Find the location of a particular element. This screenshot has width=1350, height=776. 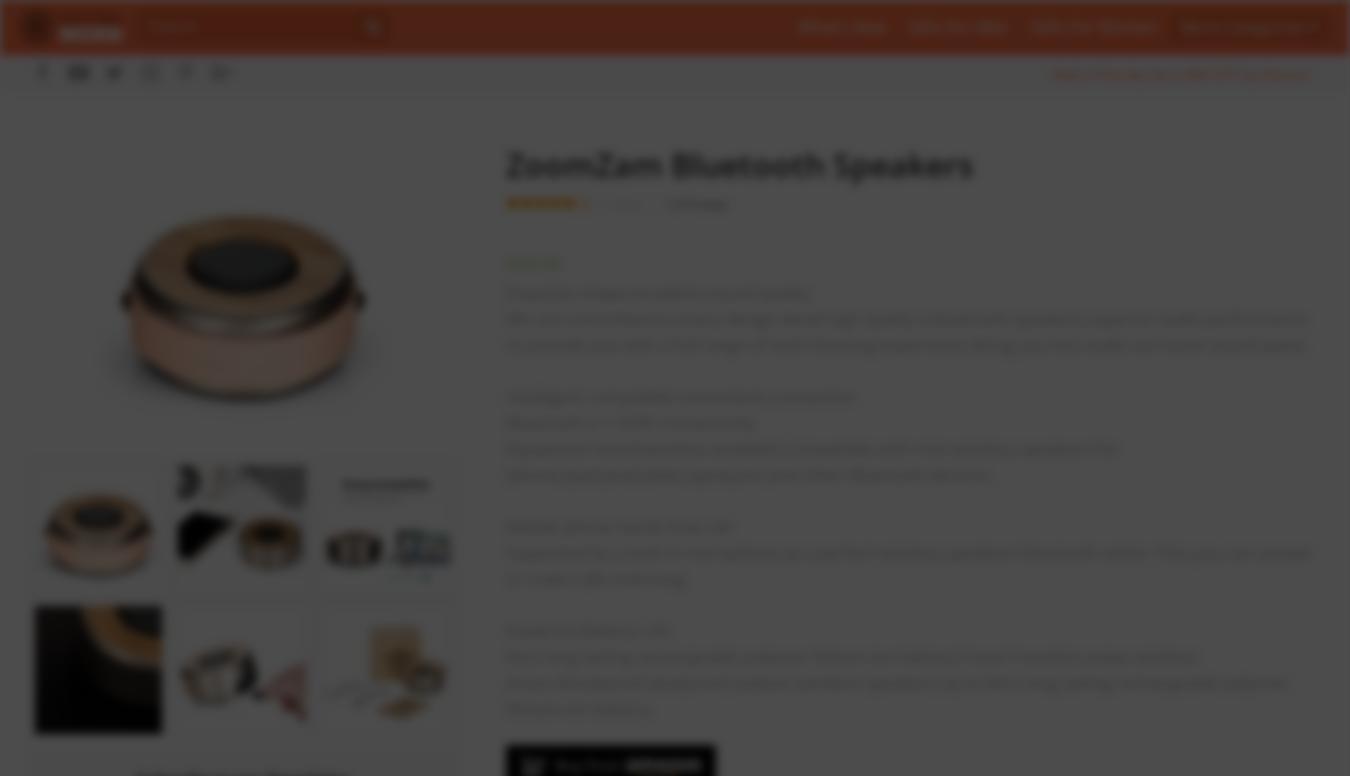

'Mobile phone hands-free call' is located at coordinates (617, 526).